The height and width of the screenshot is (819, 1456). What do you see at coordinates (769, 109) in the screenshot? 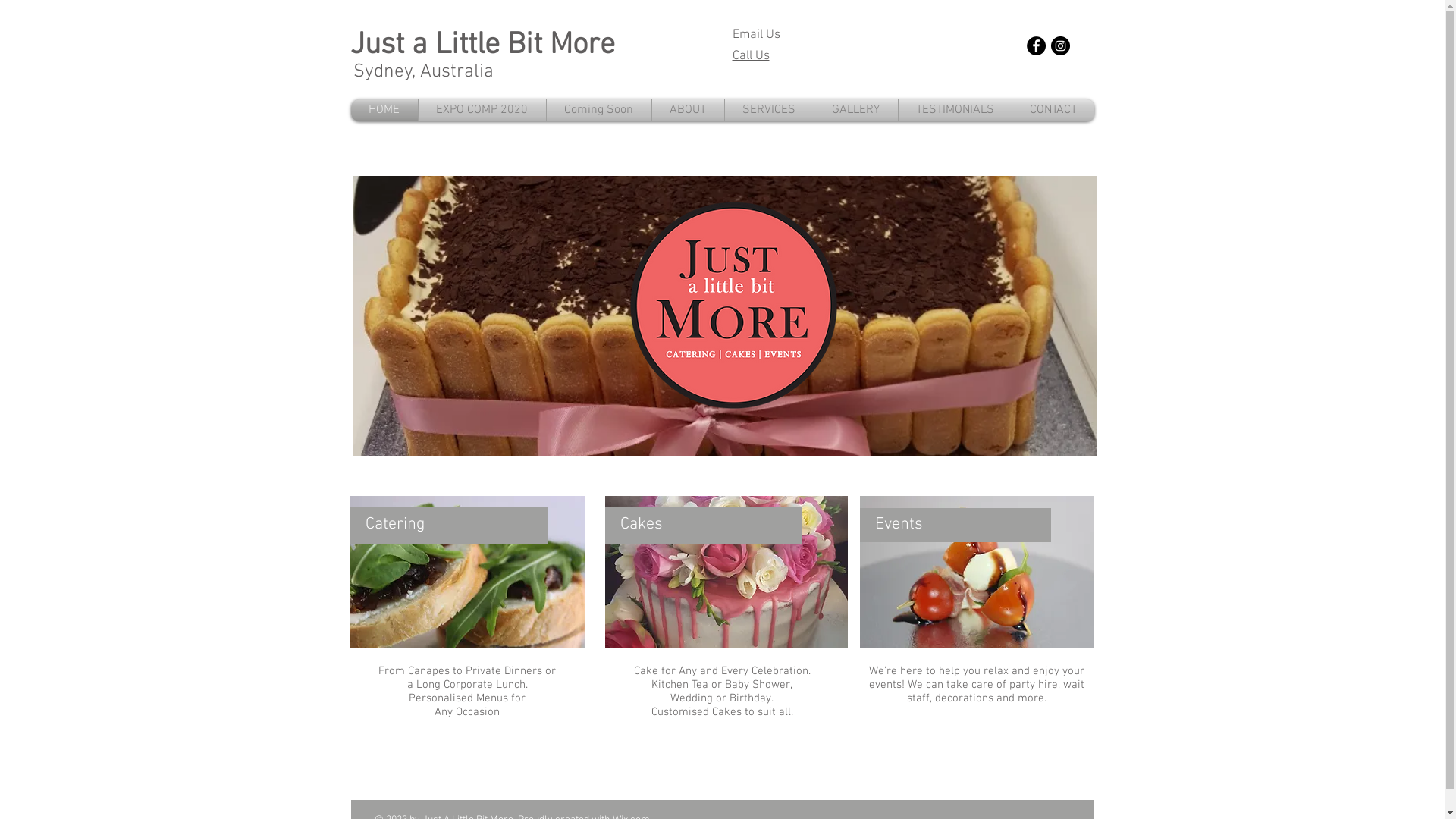
I see `'SERVICES'` at bounding box center [769, 109].